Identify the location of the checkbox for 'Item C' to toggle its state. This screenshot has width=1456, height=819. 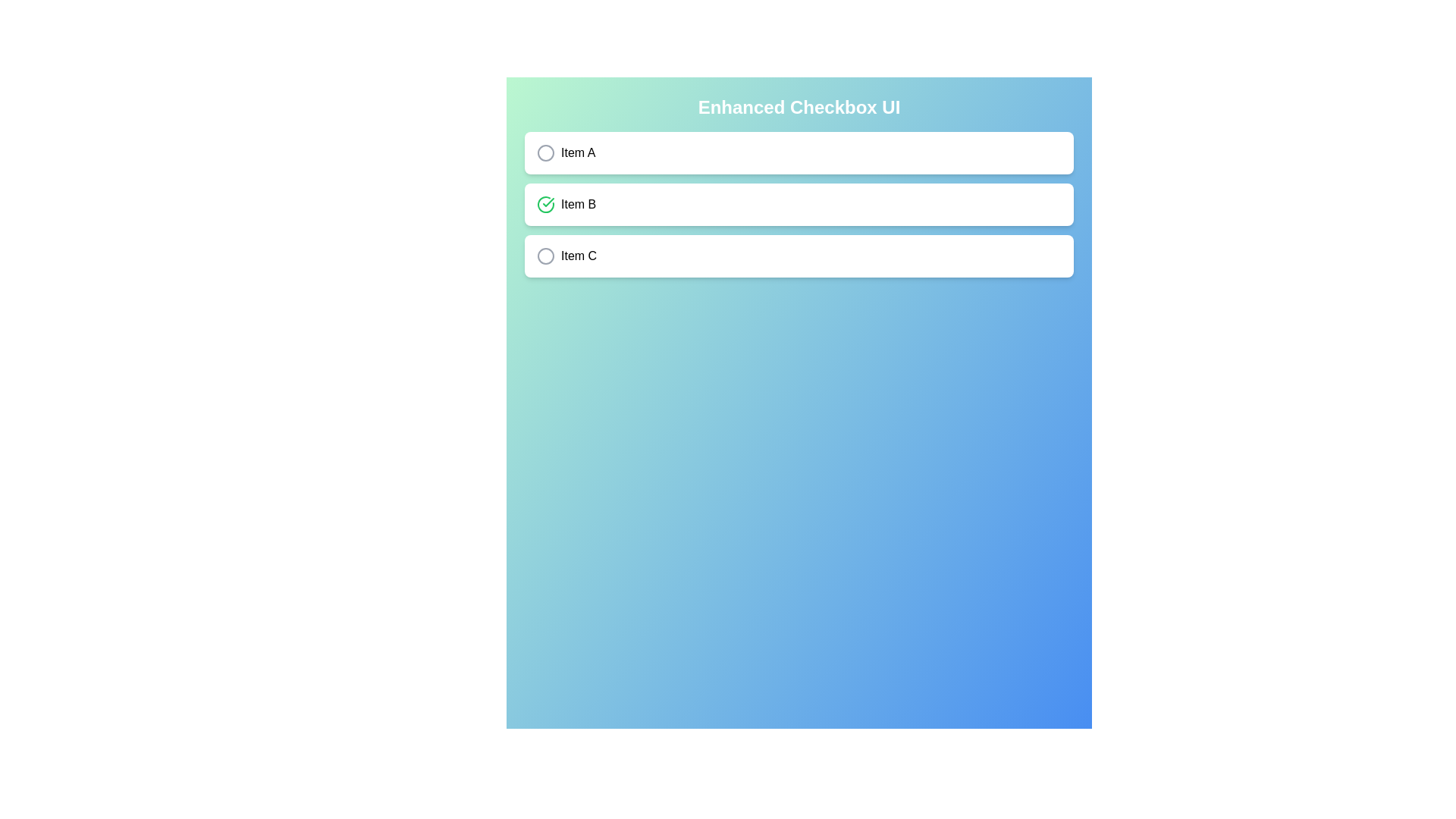
(546, 256).